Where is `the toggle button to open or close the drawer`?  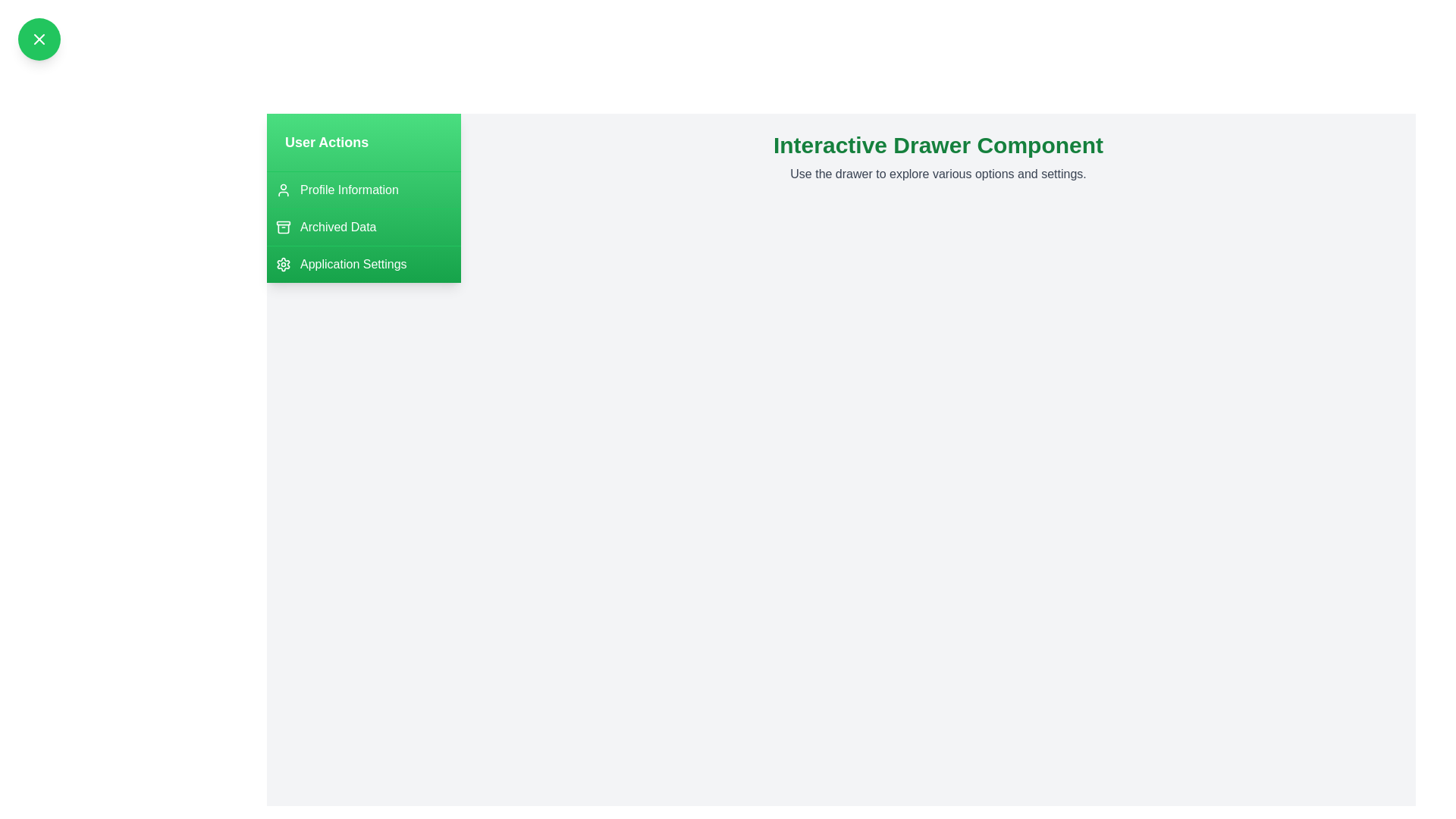
the toggle button to open or close the drawer is located at coordinates (39, 38).